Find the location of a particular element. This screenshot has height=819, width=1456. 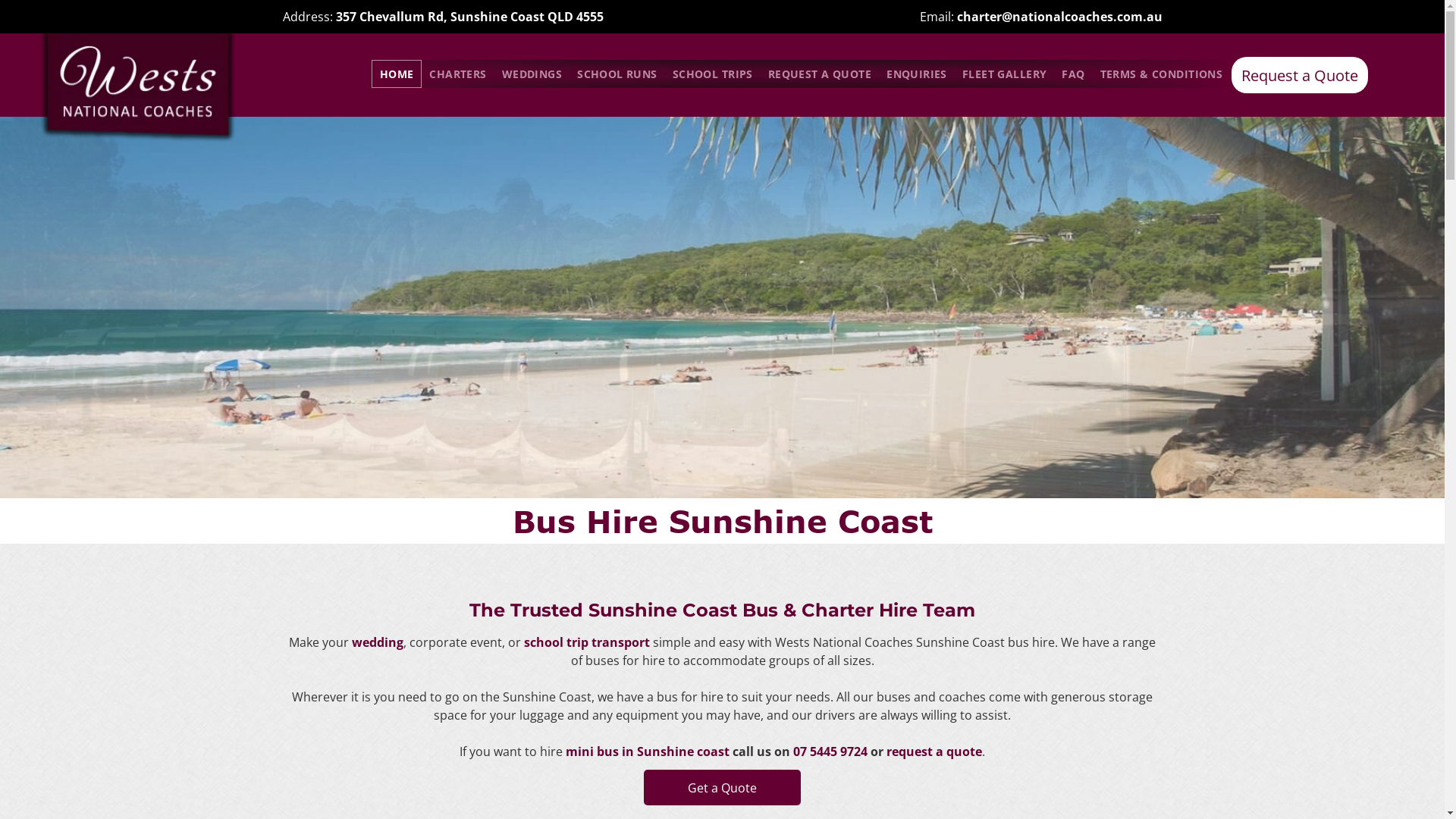

'Get a Quote' is located at coordinates (721, 786).